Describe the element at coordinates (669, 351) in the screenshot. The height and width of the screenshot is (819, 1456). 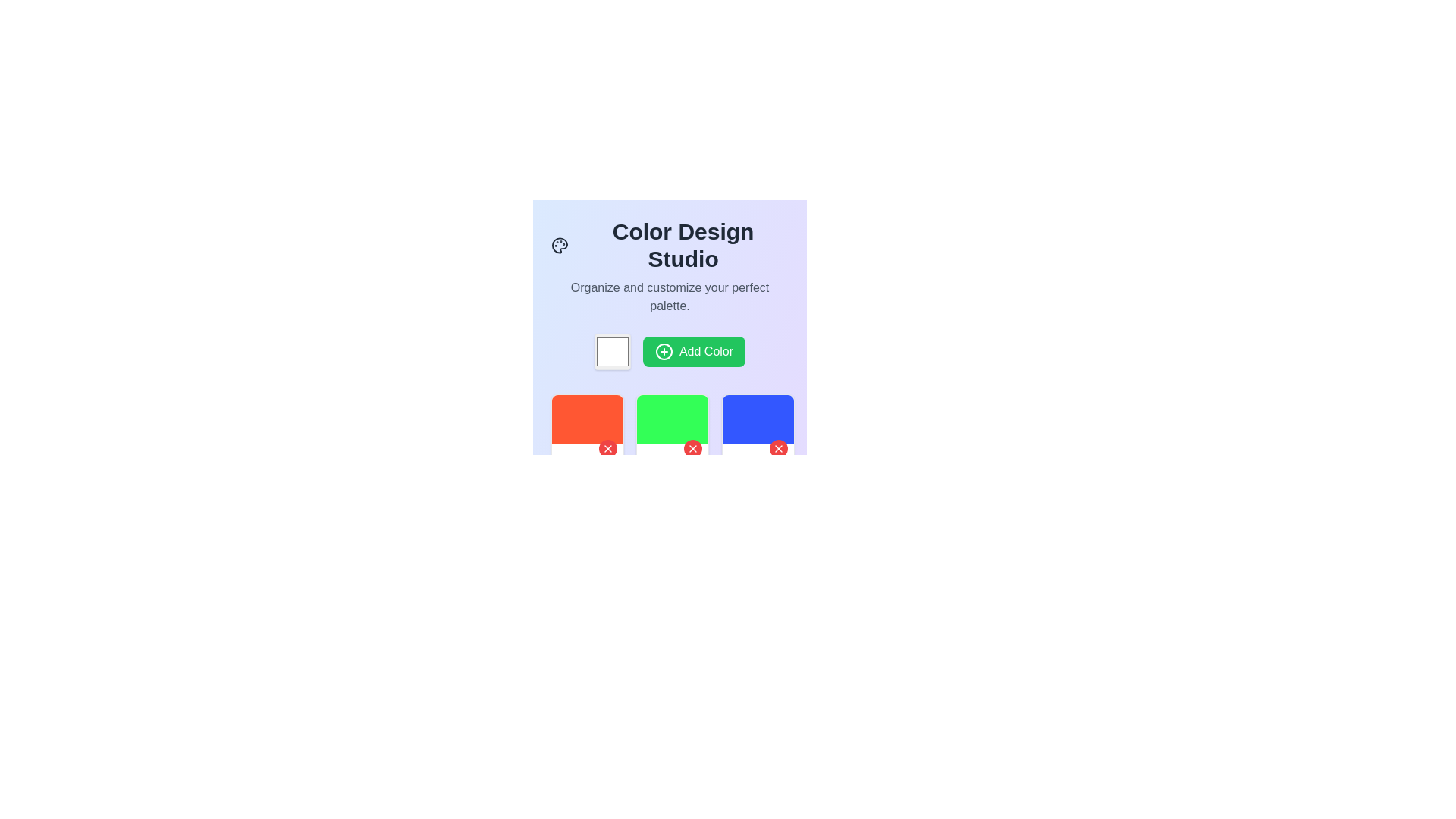
I see `the green rounded rectangular button labeled 'Add Color' with a plus sign icon` at that location.